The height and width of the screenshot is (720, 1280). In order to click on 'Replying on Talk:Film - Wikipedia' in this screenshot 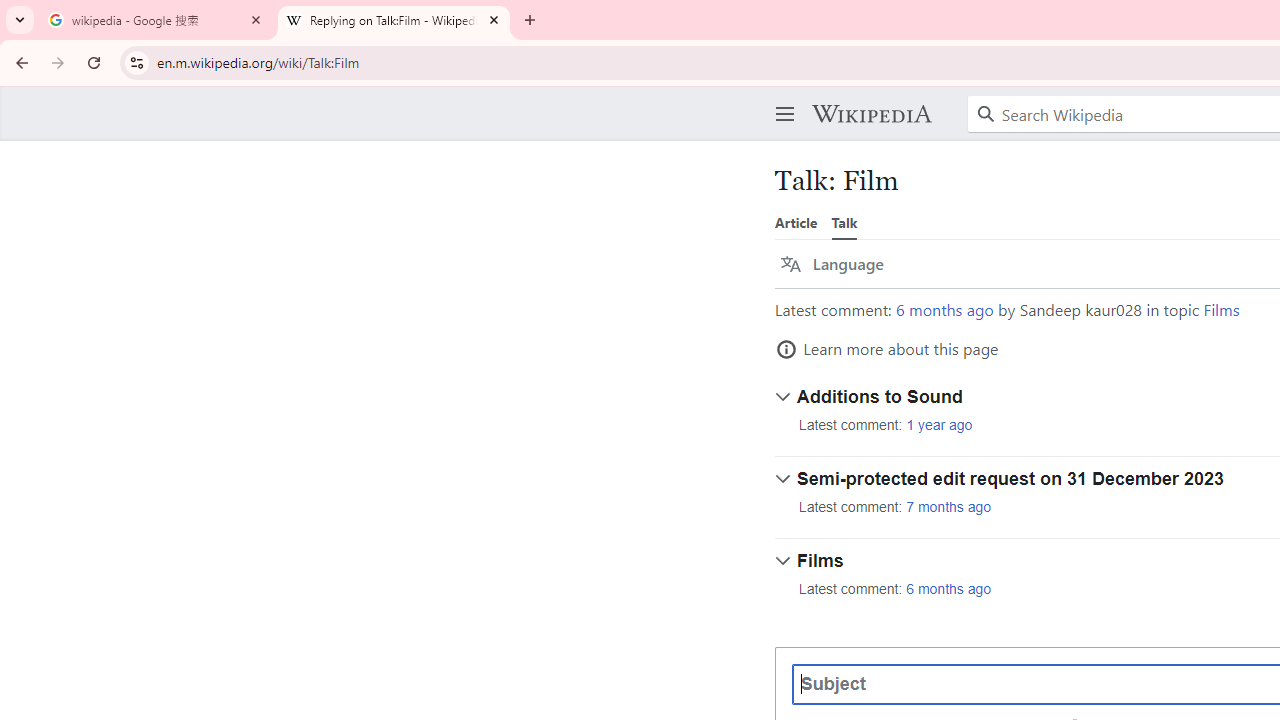, I will do `click(394, 20)`.